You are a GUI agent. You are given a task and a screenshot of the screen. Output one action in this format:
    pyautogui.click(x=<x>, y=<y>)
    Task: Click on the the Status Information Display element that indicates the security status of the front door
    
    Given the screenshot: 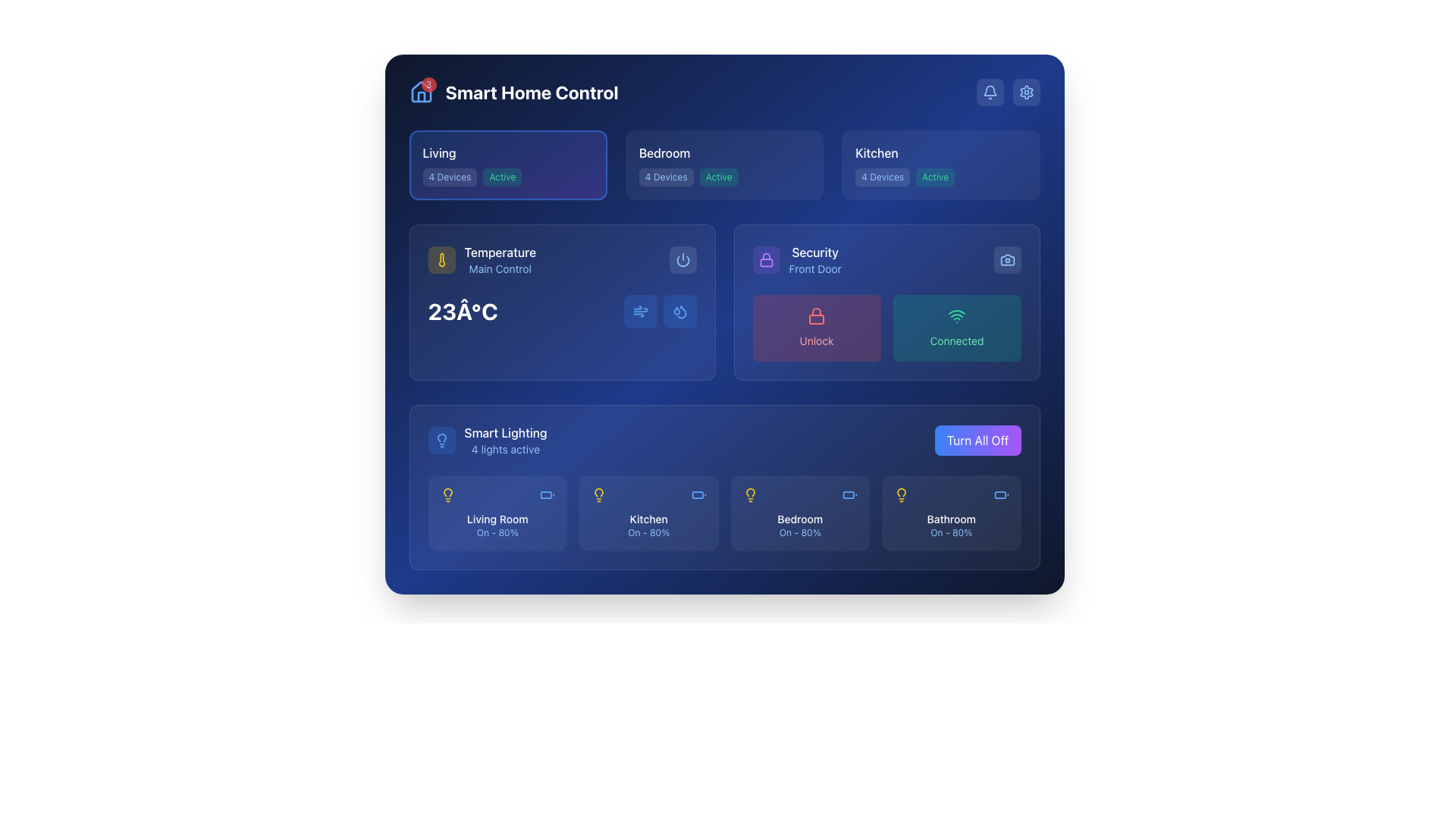 What is the action you would take?
    pyautogui.click(x=796, y=259)
    